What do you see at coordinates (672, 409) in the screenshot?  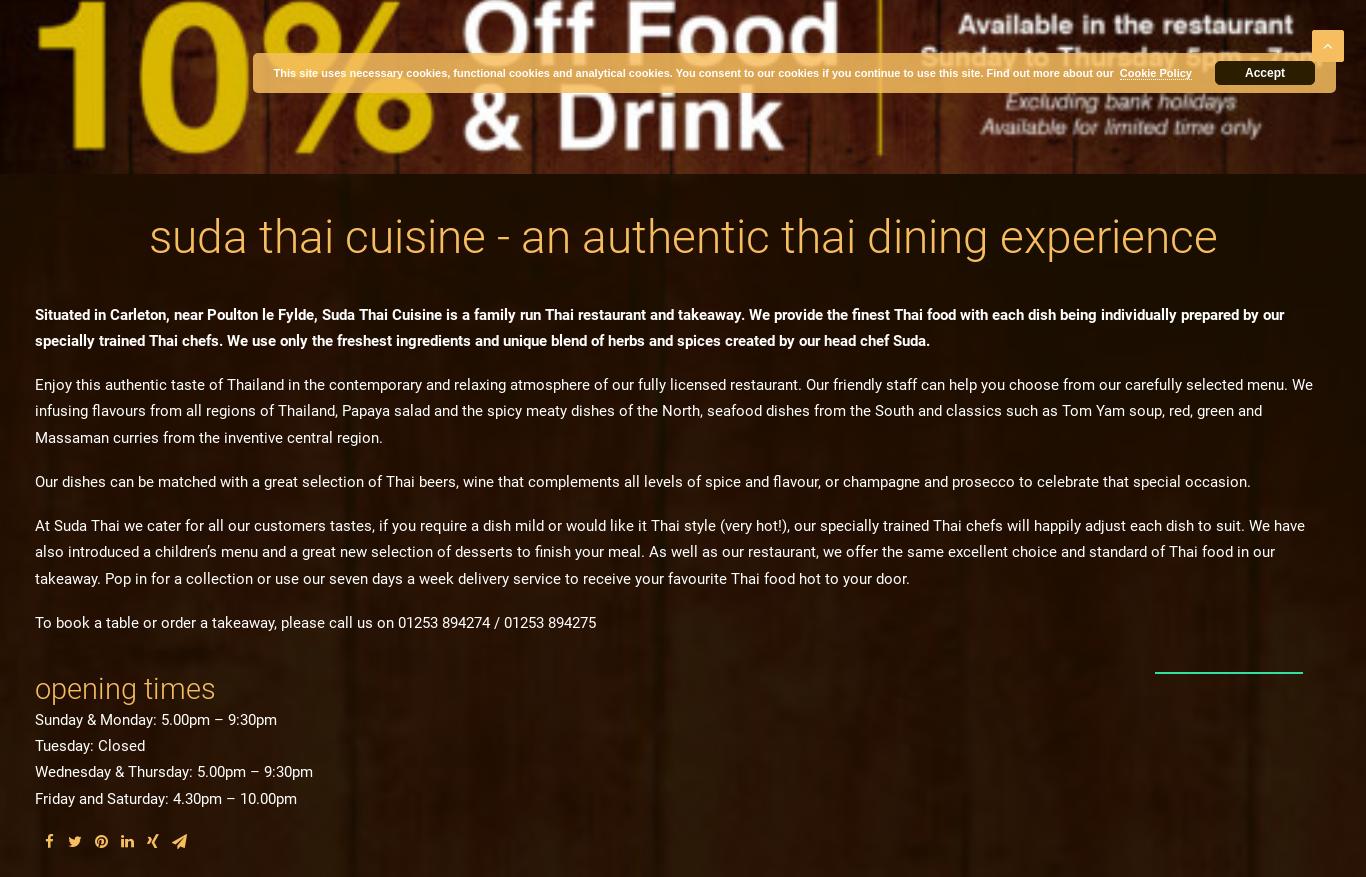 I see `'Enjoy this authentic taste of Thailand in the contemporary and relaxing atmosphere of our fully licensed restaurant. Our friendly staff can help you choose from our carefully selected menu. We infusing flavours from all regions of Thailand, Papaya salad and the spicy meaty dishes of the North, seafood dishes from the South and classics such as Tom Yam soup, red, green and Massaman curries from the inventive central region.'` at bounding box center [672, 409].